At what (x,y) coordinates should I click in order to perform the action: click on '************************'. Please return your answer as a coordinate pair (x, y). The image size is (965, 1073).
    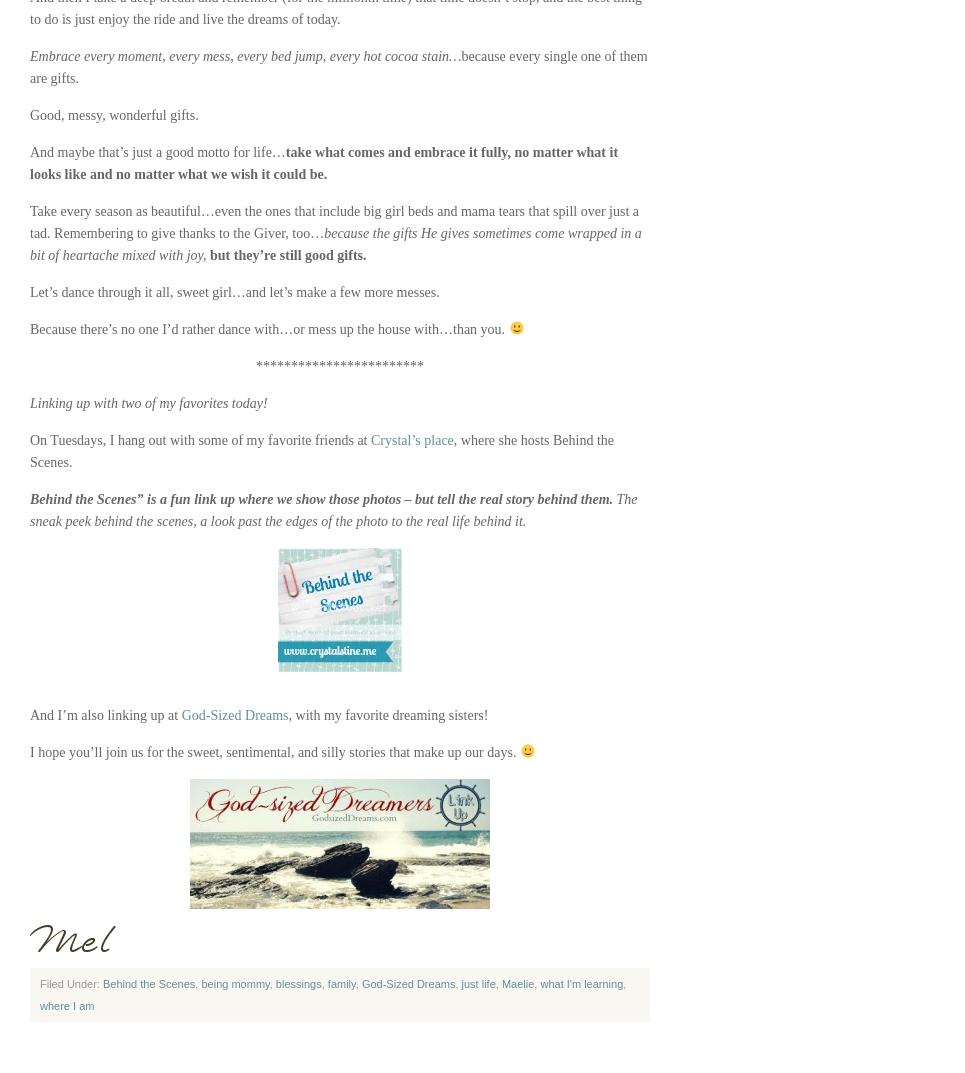
    Looking at the image, I should click on (339, 365).